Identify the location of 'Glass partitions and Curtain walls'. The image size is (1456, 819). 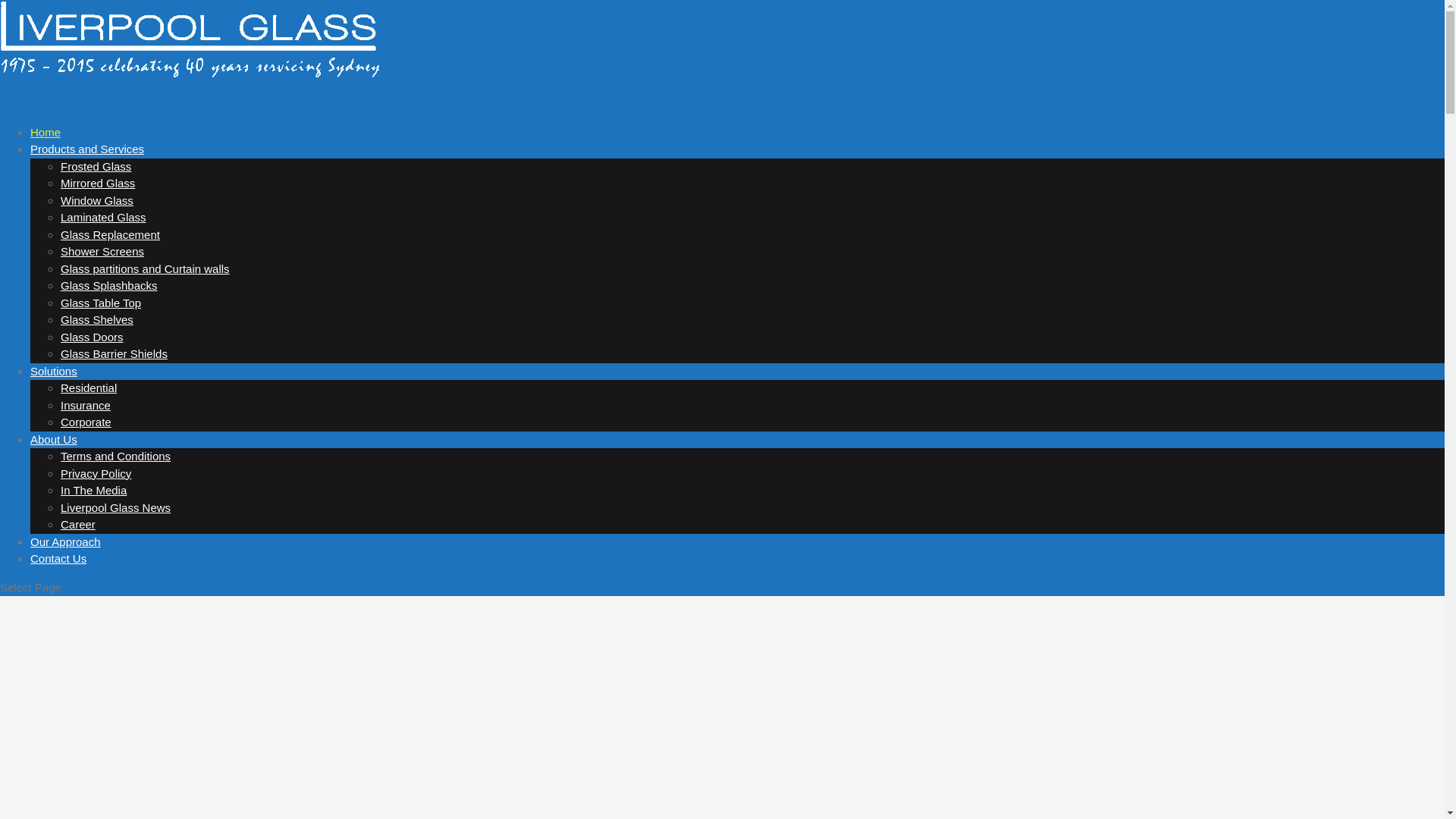
(145, 268).